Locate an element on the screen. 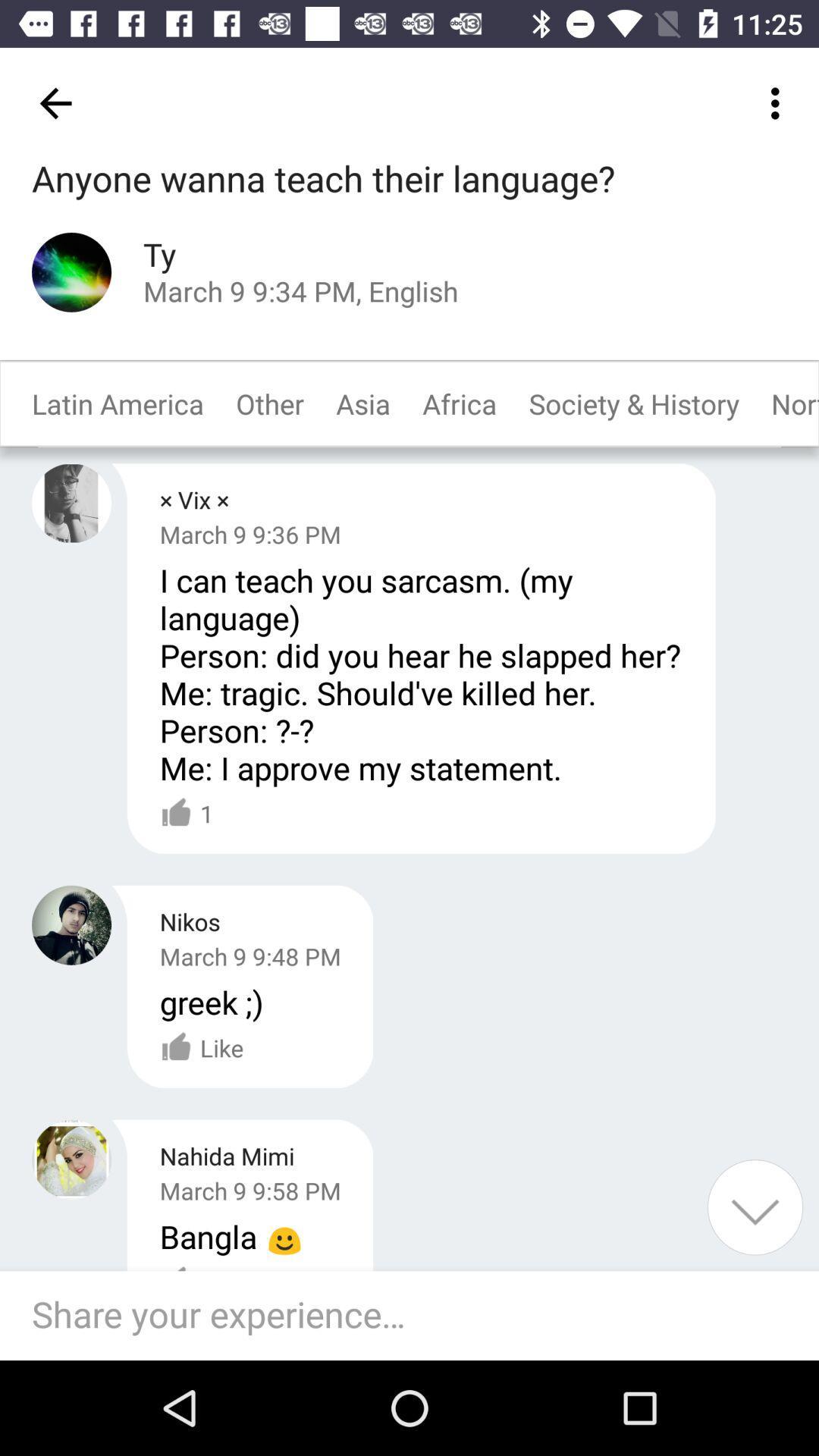  1 icon is located at coordinates (186, 813).